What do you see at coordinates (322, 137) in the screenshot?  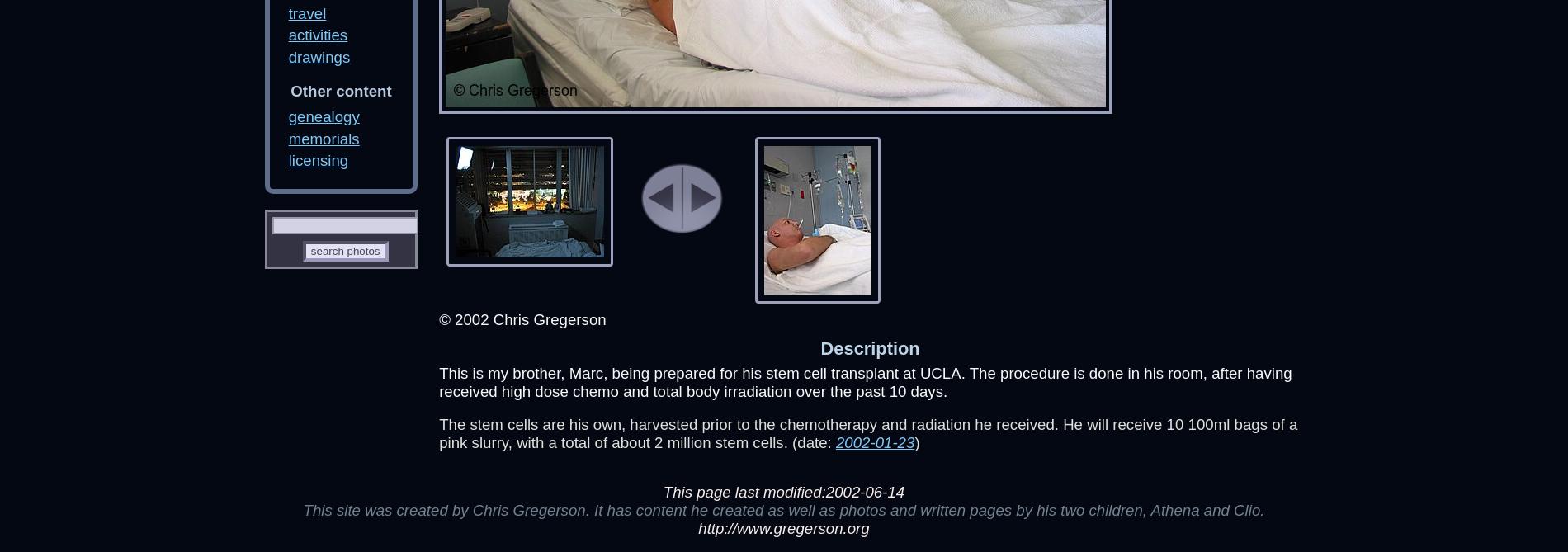 I see `'memorials'` at bounding box center [322, 137].